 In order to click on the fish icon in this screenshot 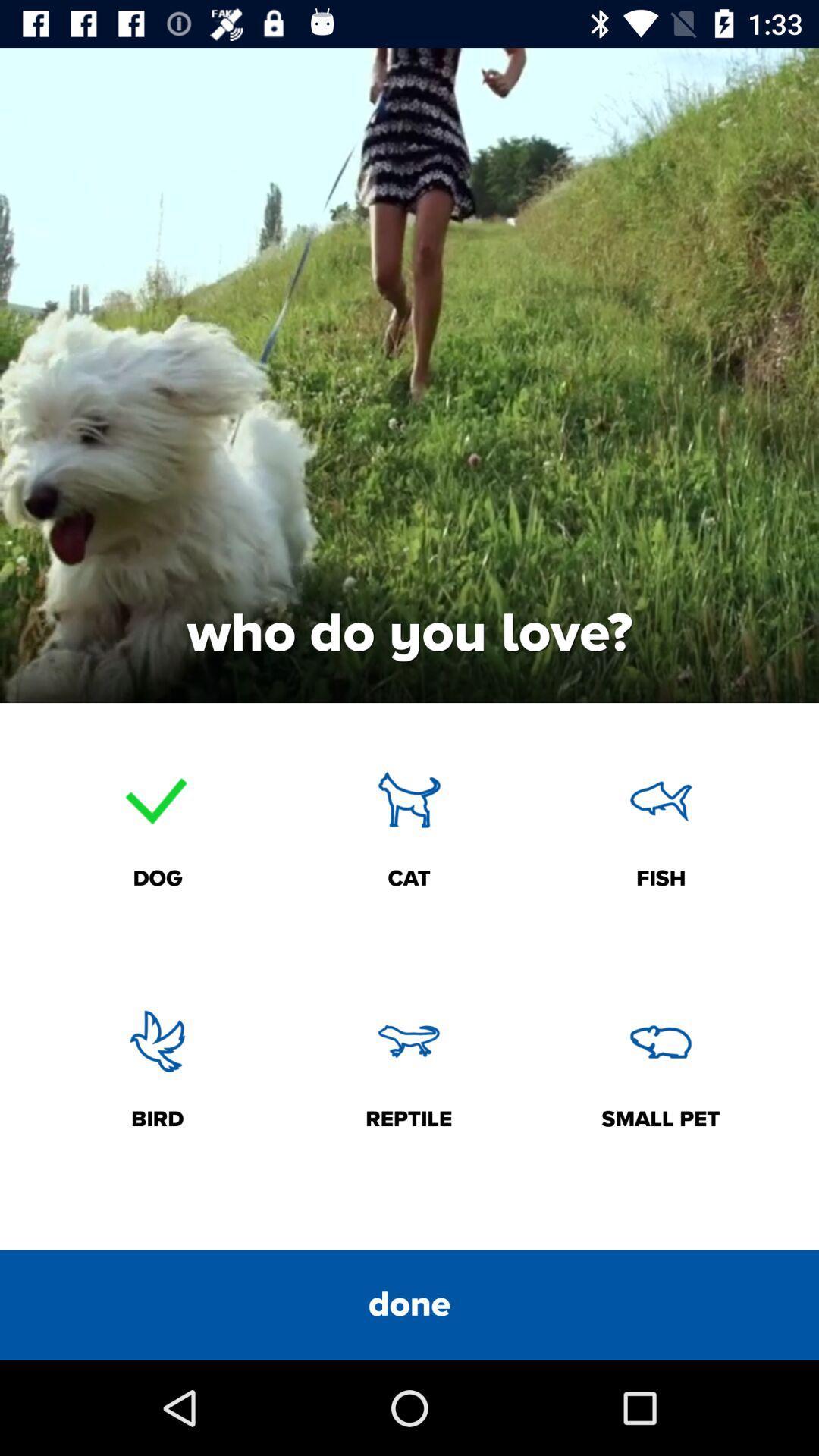, I will do `click(660, 800)`.